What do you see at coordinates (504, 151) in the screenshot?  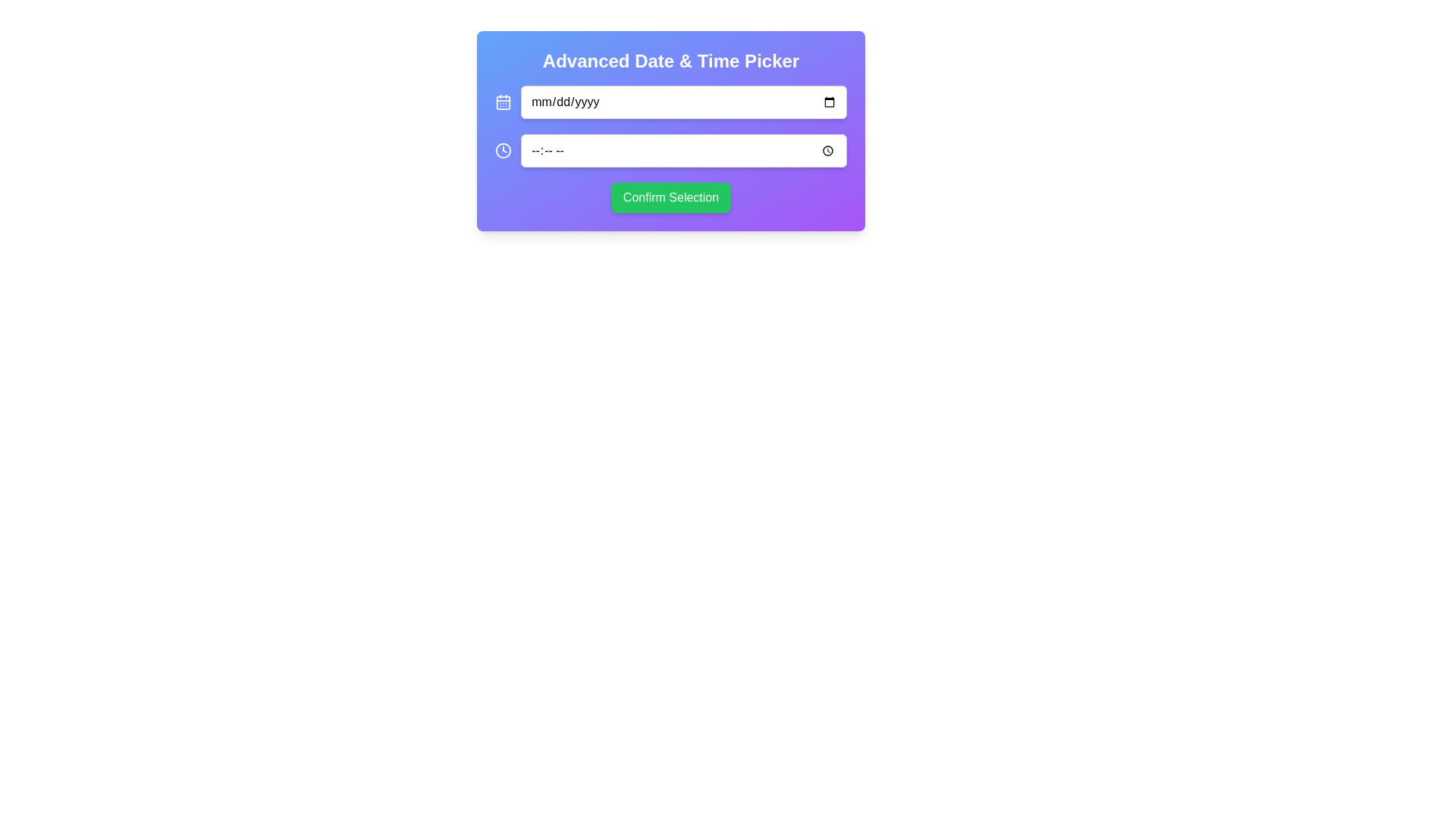 I see `the outermost SVG Circle of the clock icon, located to the left of the time input field` at bounding box center [504, 151].